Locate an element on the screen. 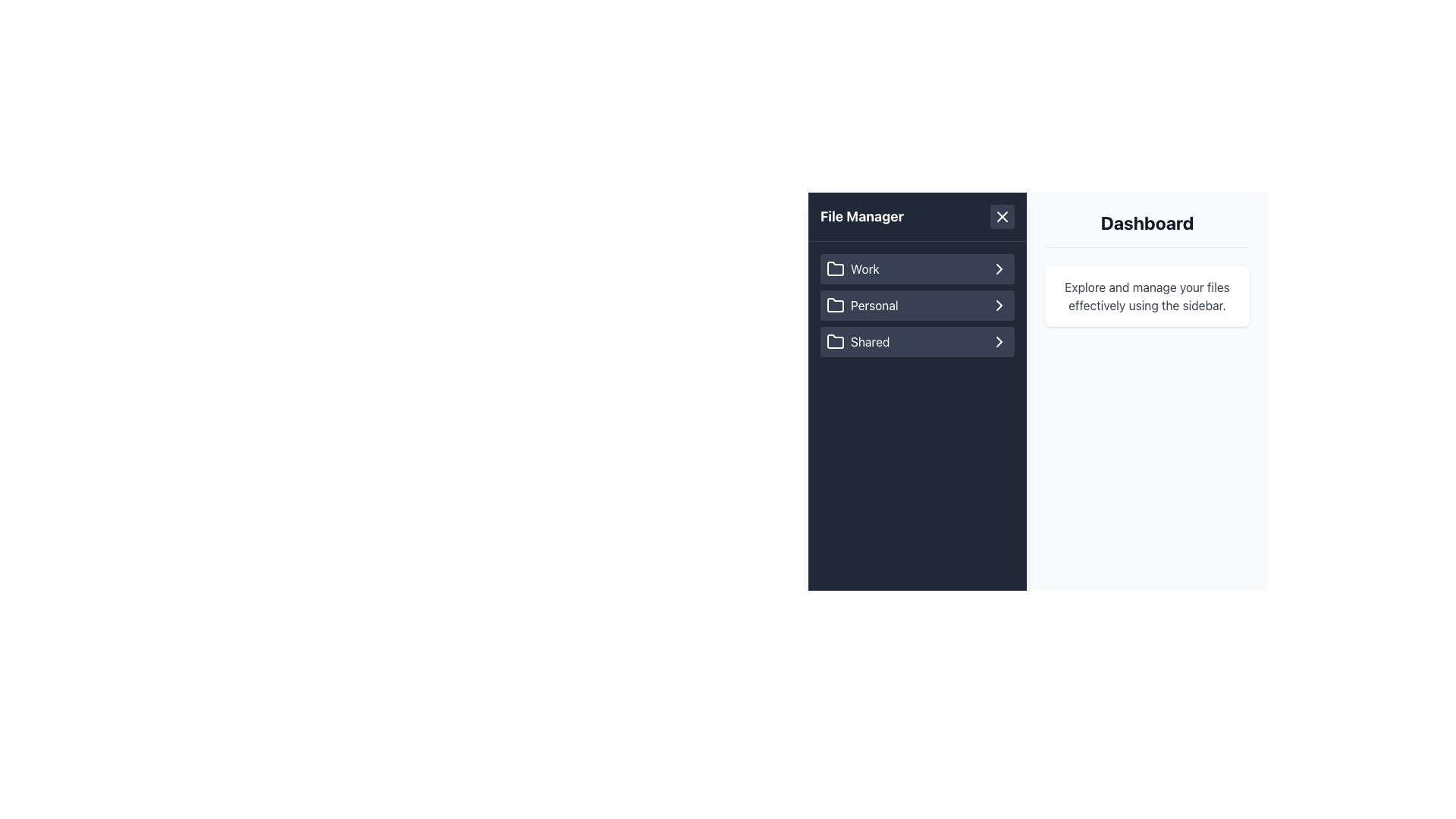  the second row menu item labeled 'Personal' in the dark-colored sidebar is located at coordinates (916, 305).